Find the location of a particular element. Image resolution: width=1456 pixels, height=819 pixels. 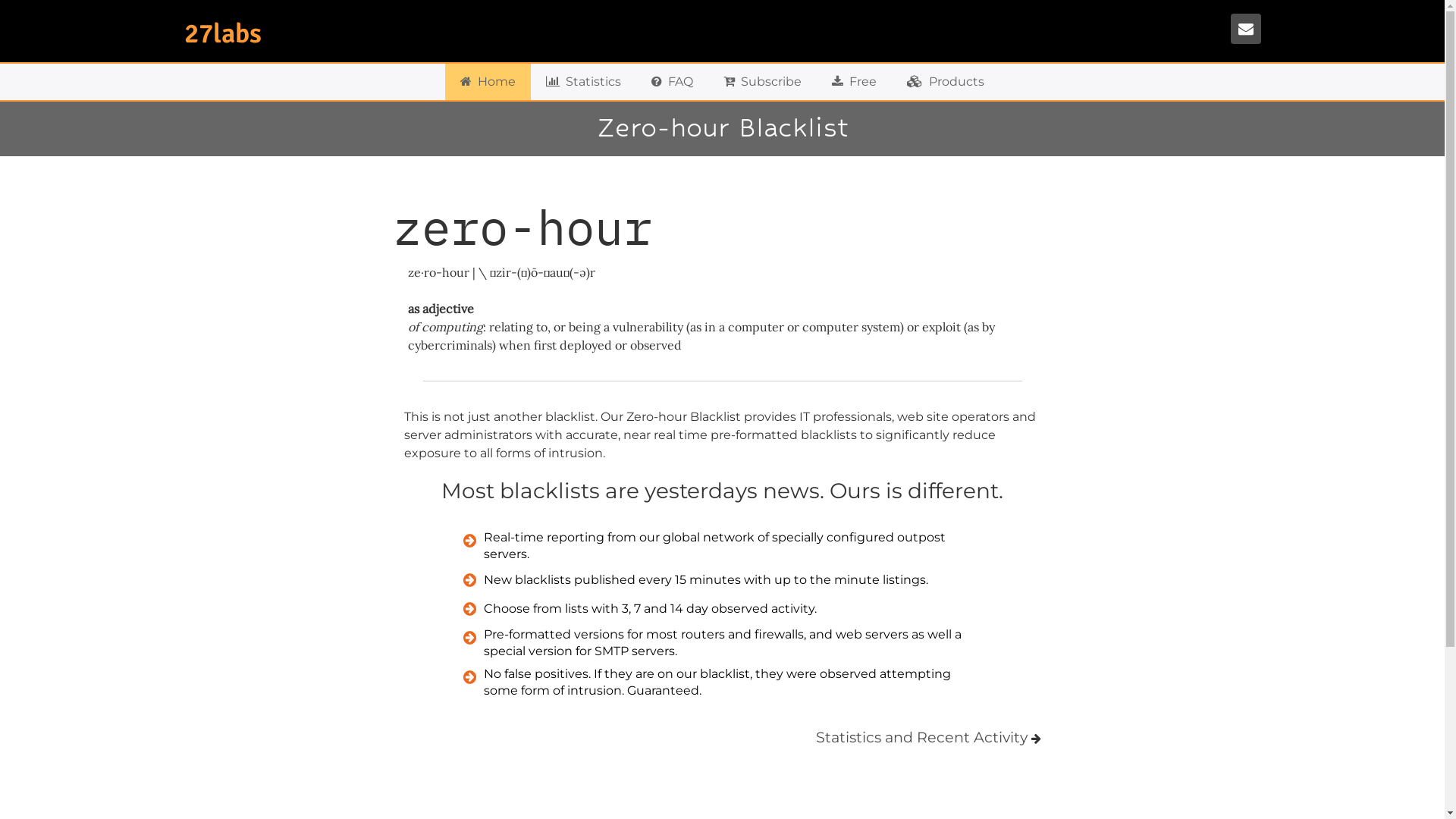

'Products' is located at coordinates (945, 82).